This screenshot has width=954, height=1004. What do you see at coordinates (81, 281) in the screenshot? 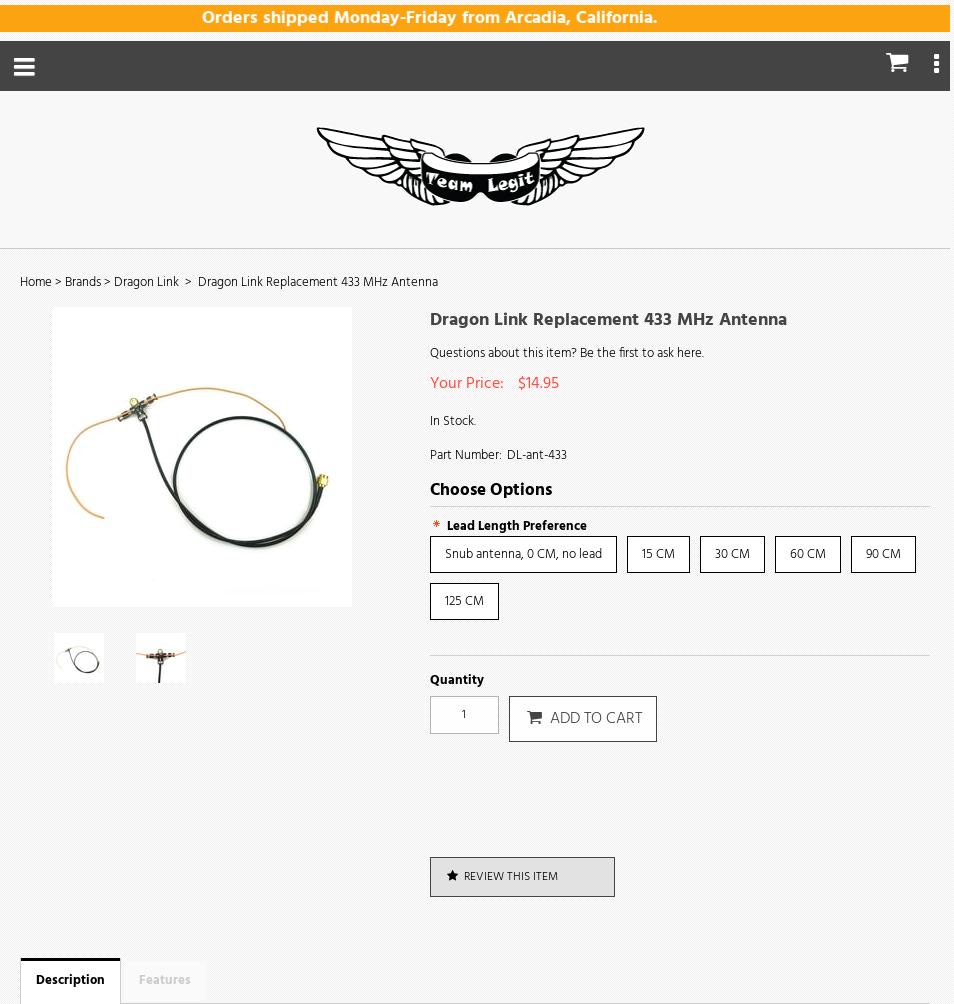
I see `'Brands'` at bounding box center [81, 281].